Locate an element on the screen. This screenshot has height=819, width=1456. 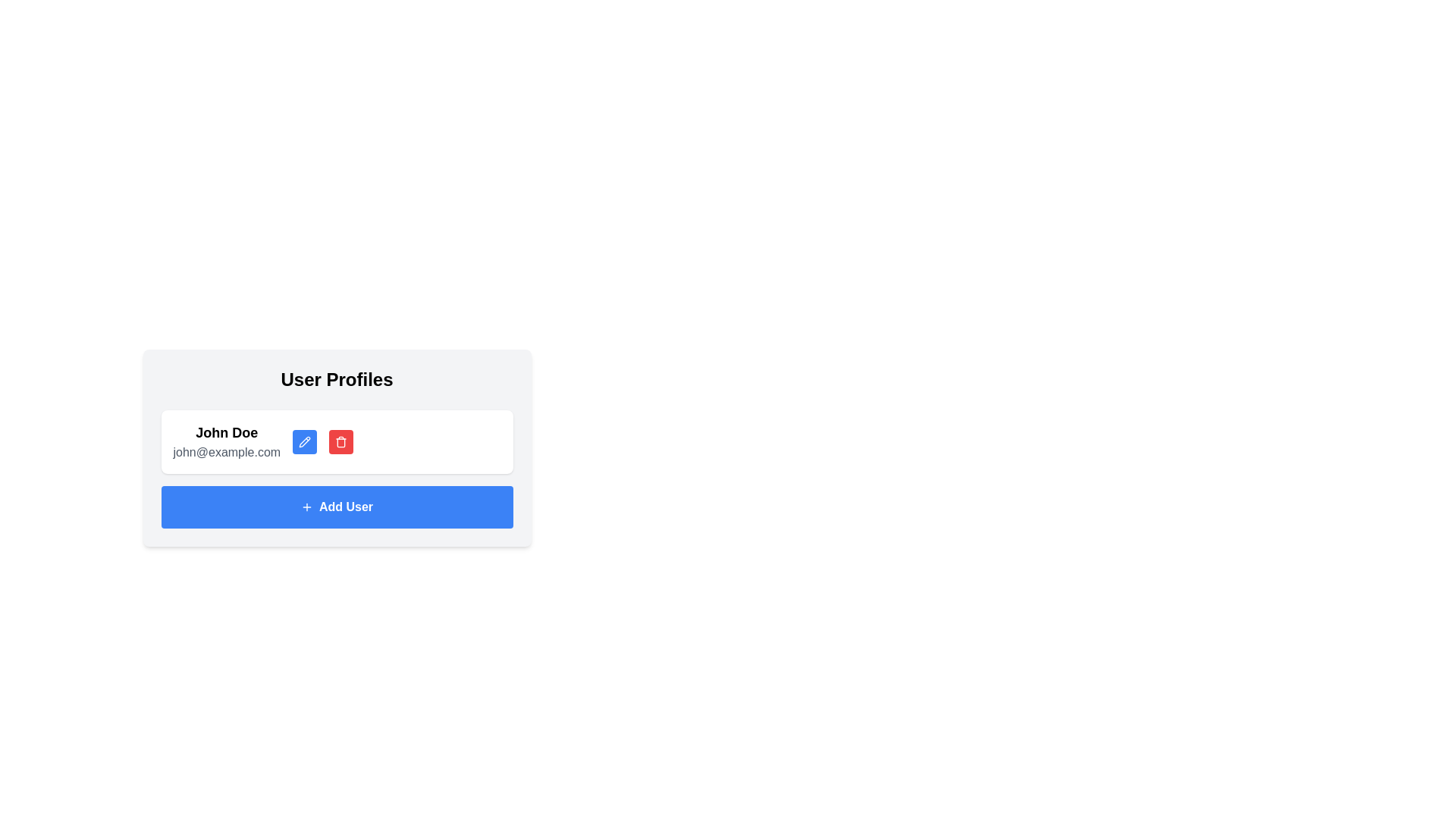
the 'Add User Profile' button located at the bottom center of the 'User Profiles' card layout is located at coordinates (336, 507).